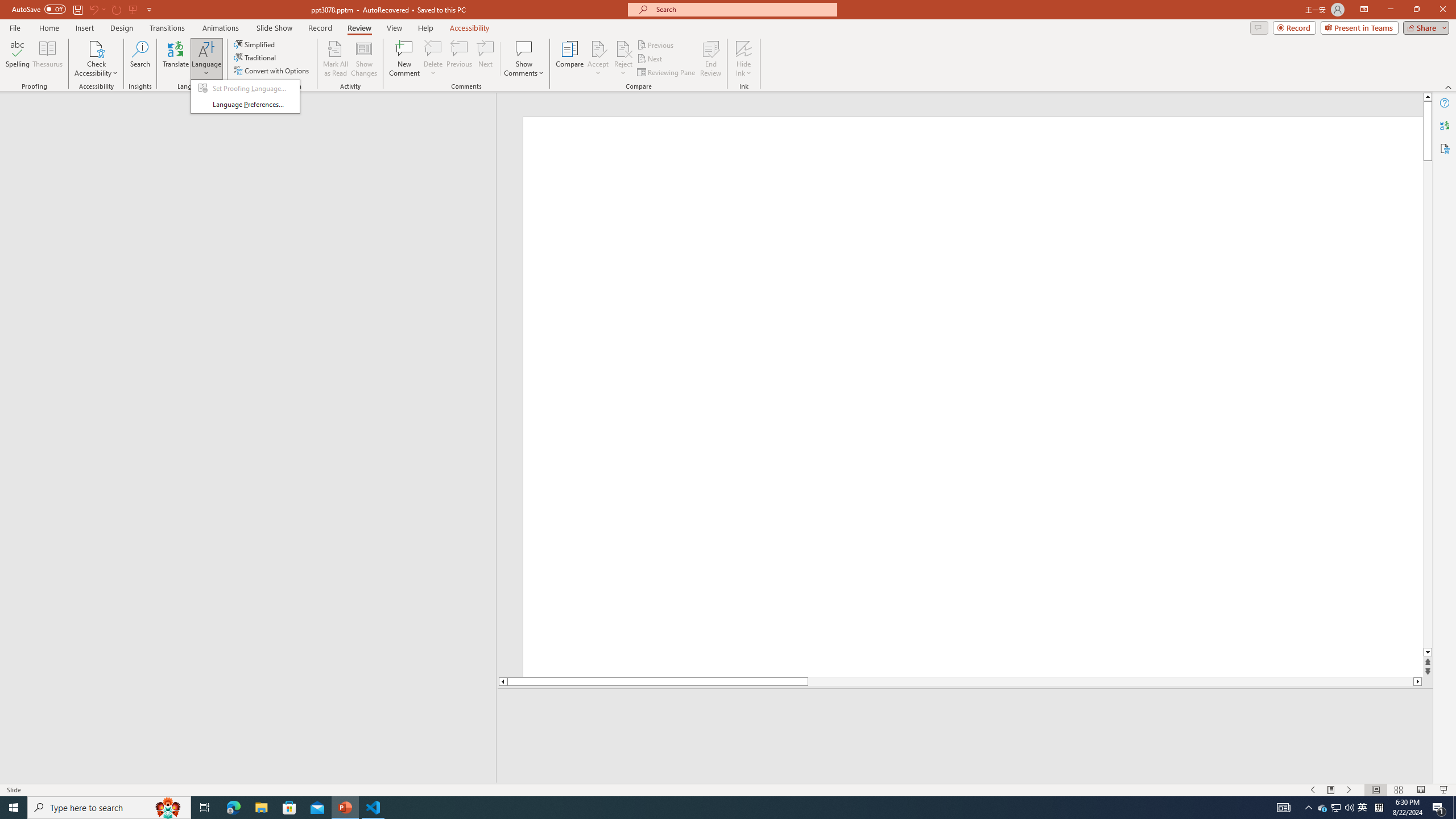  Describe the element at coordinates (622, 59) in the screenshot. I see `'Reject'` at that location.